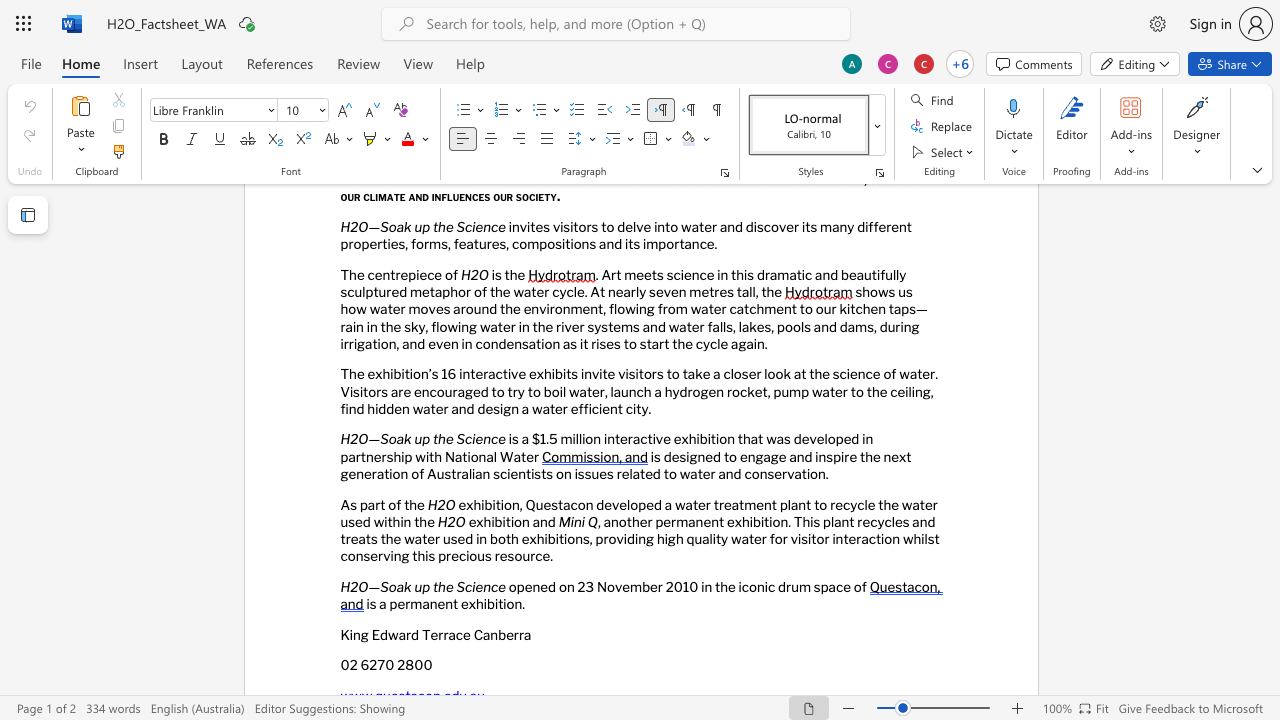 This screenshot has height=720, width=1280. What do you see at coordinates (493, 603) in the screenshot?
I see `the space between the continuous character "b" and "i" in the text` at bounding box center [493, 603].